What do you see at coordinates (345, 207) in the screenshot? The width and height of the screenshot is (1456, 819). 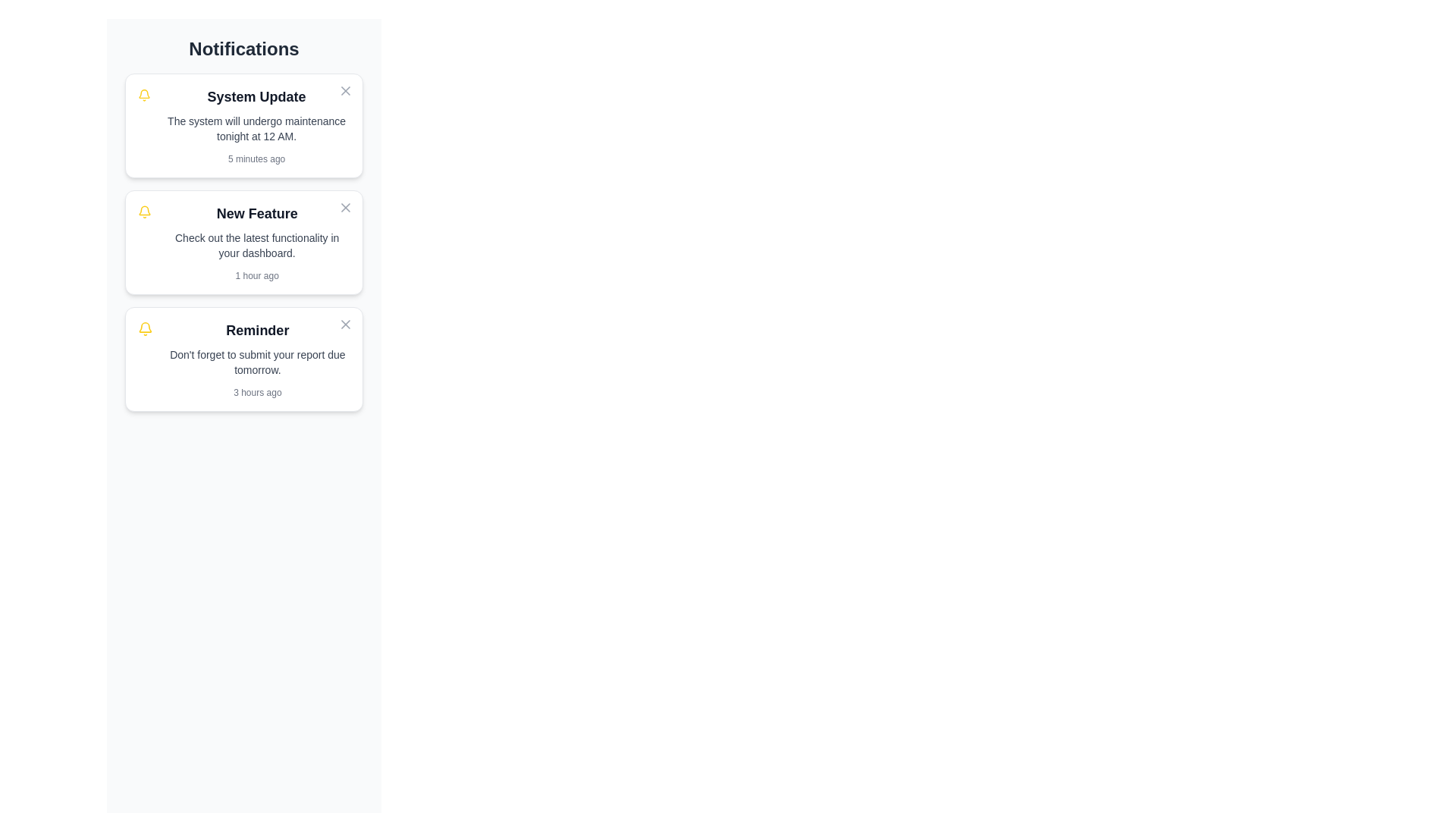 I see `the close button located at the top-right corner of the notification card titled 'New Feature'` at bounding box center [345, 207].